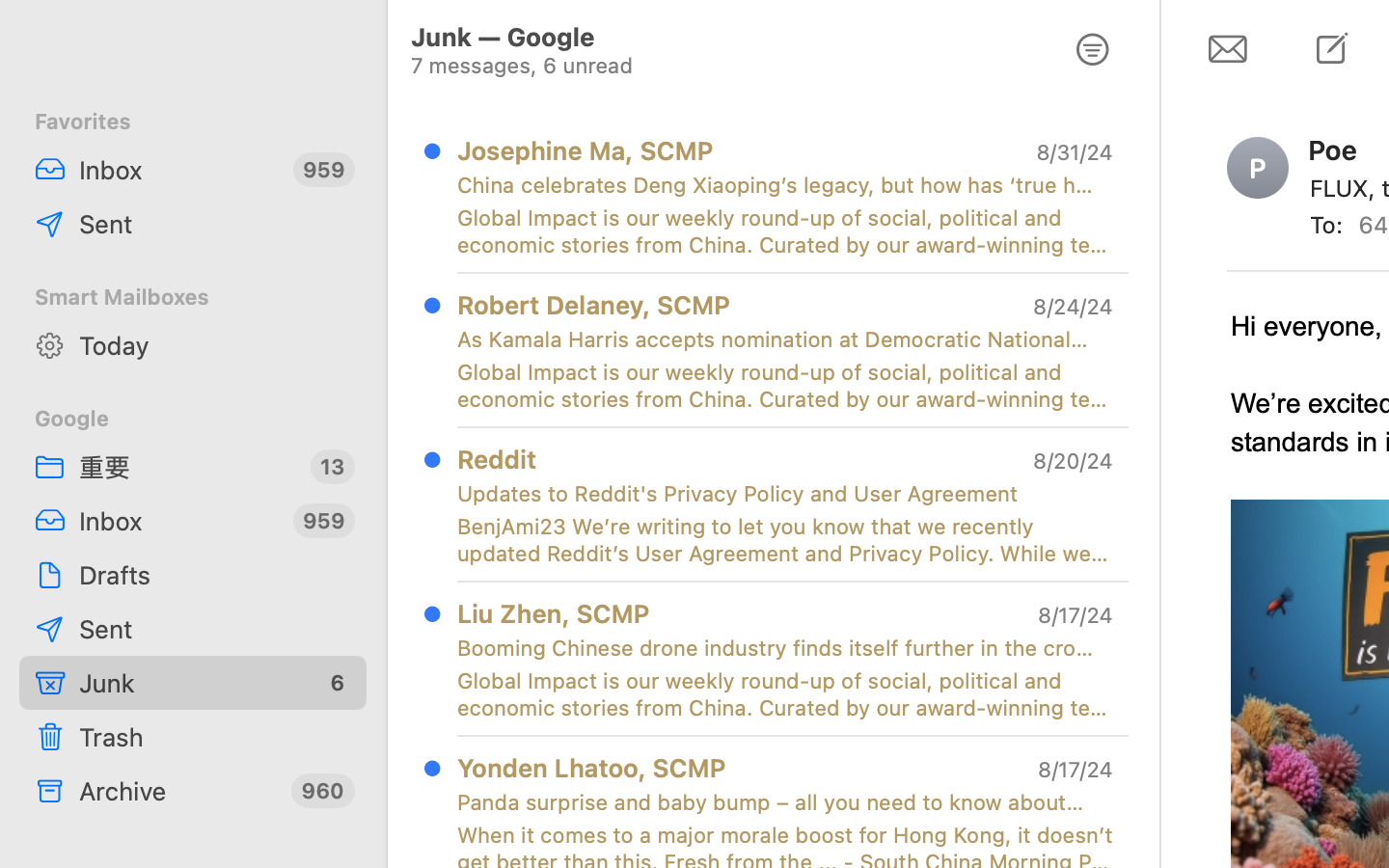 This screenshot has width=1389, height=868. I want to click on 'Archive', so click(177, 790).